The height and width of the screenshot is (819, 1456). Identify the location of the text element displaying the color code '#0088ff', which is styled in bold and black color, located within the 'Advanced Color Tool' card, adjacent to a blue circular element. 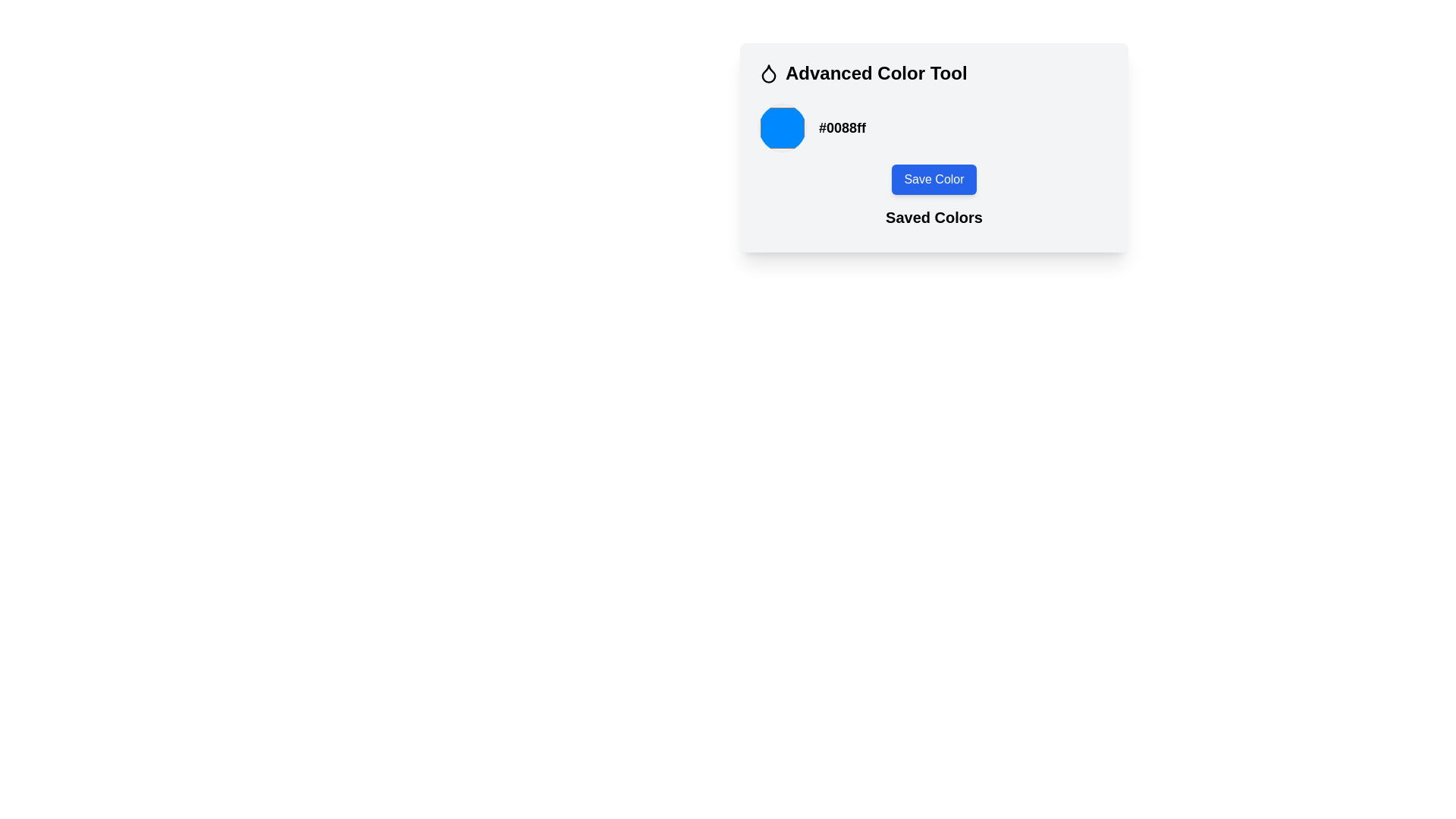
(842, 127).